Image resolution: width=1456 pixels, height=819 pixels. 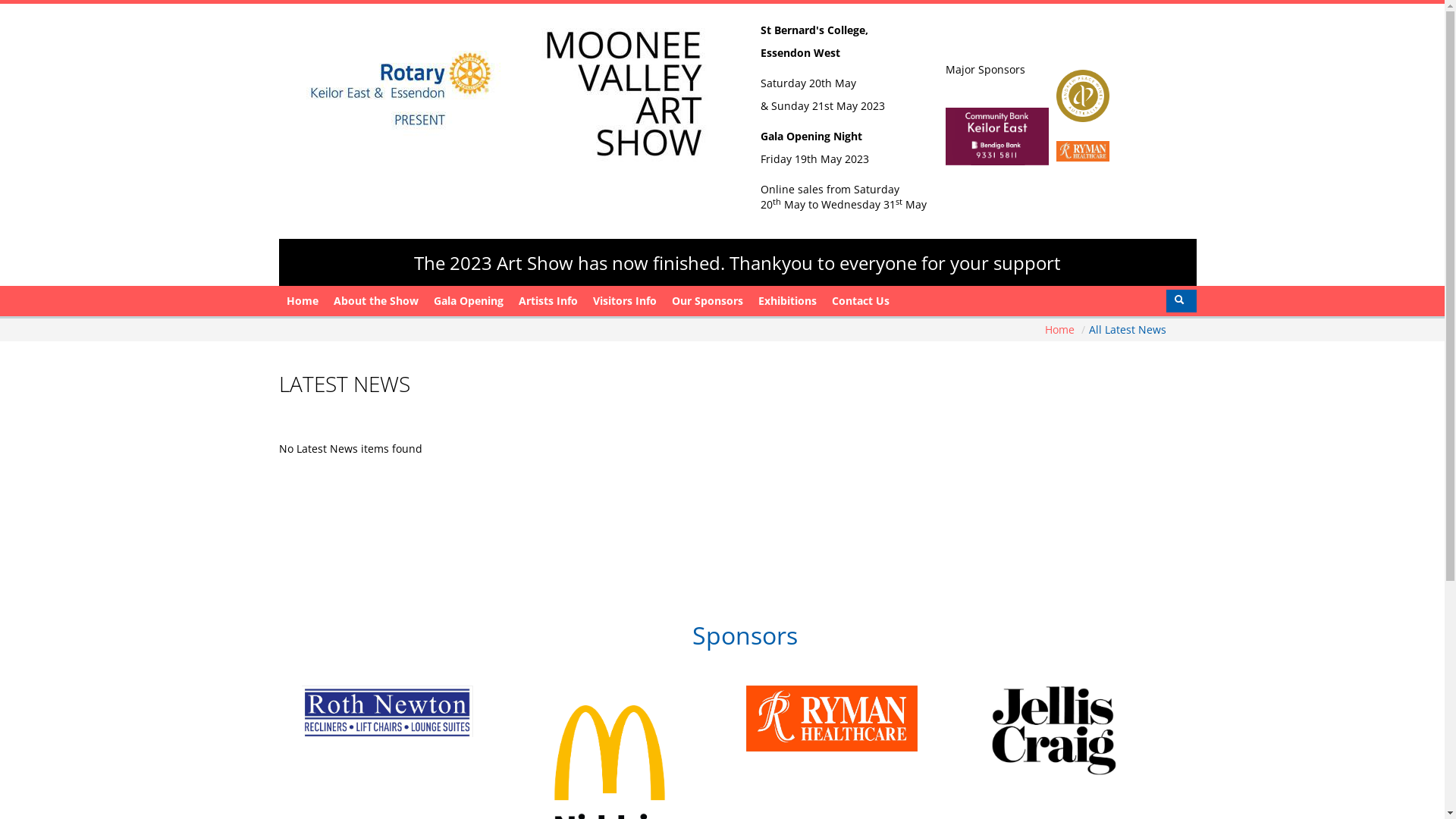 What do you see at coordinates (822, 301) in the screenshot?
I see `'Contact Us'` at bounding box center [822, 301].